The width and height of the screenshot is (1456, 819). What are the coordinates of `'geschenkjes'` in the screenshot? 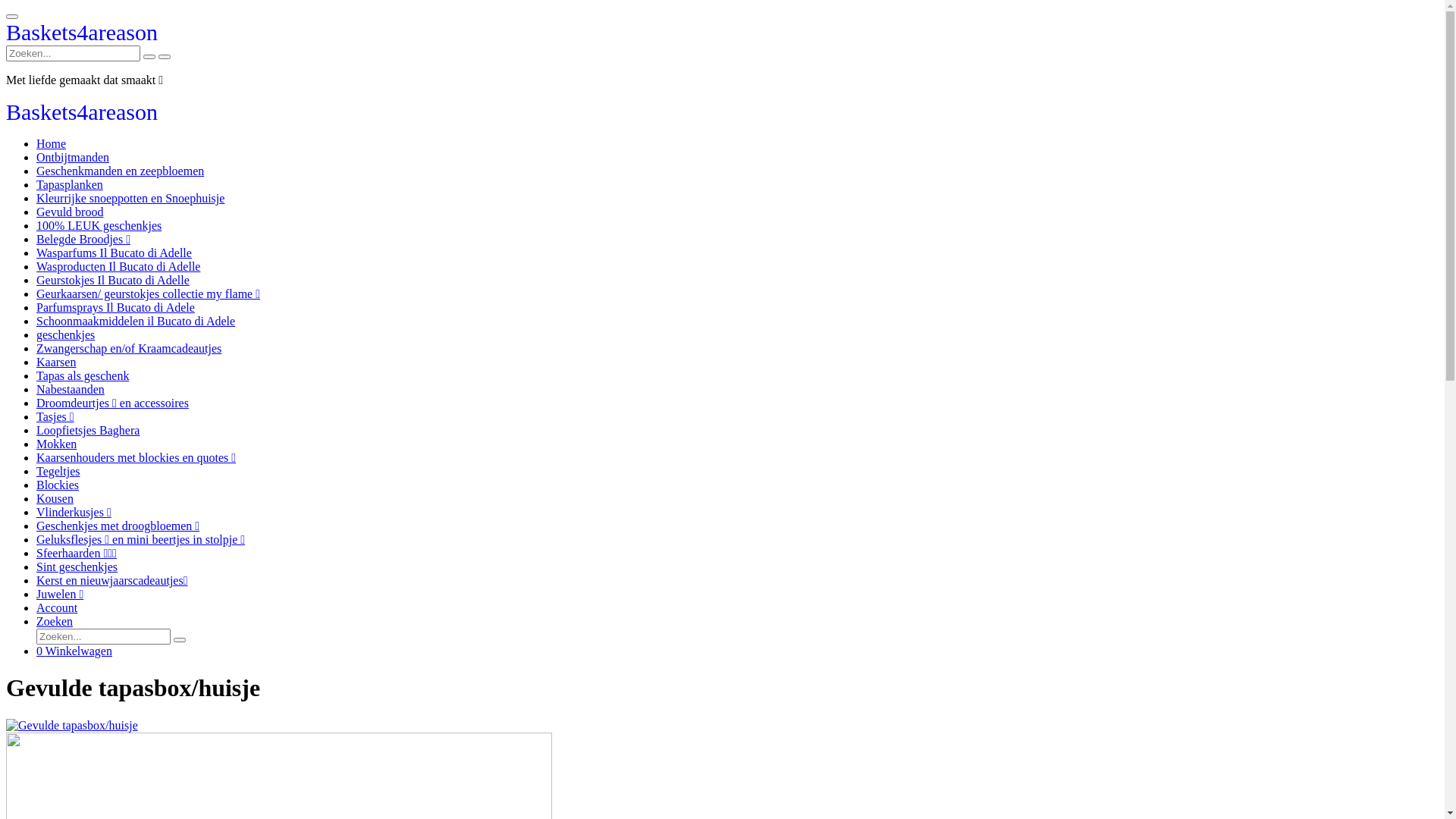 It's located at (64, 334).